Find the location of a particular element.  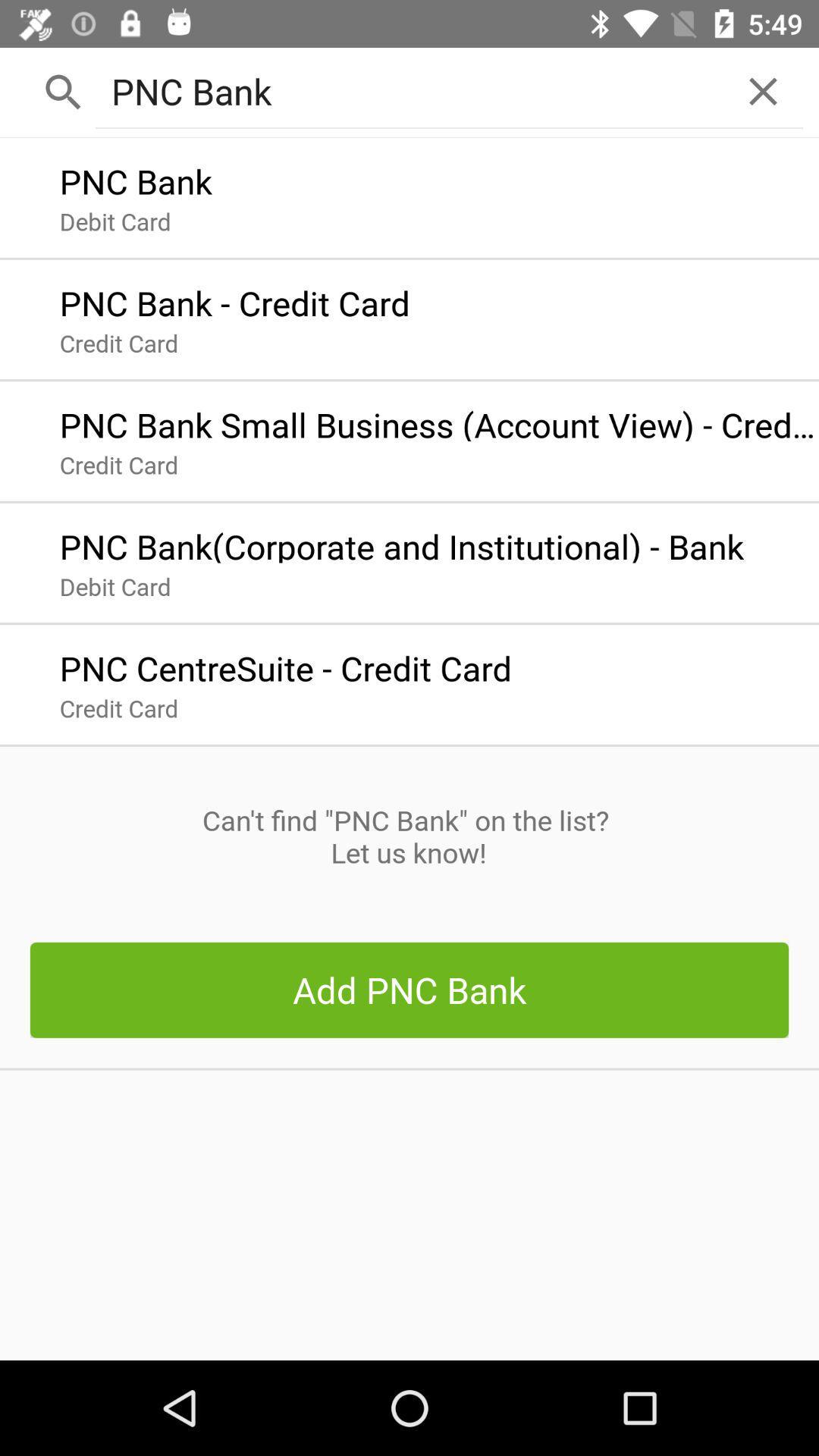

app below the debit card app is located at coordinates (285, 664).